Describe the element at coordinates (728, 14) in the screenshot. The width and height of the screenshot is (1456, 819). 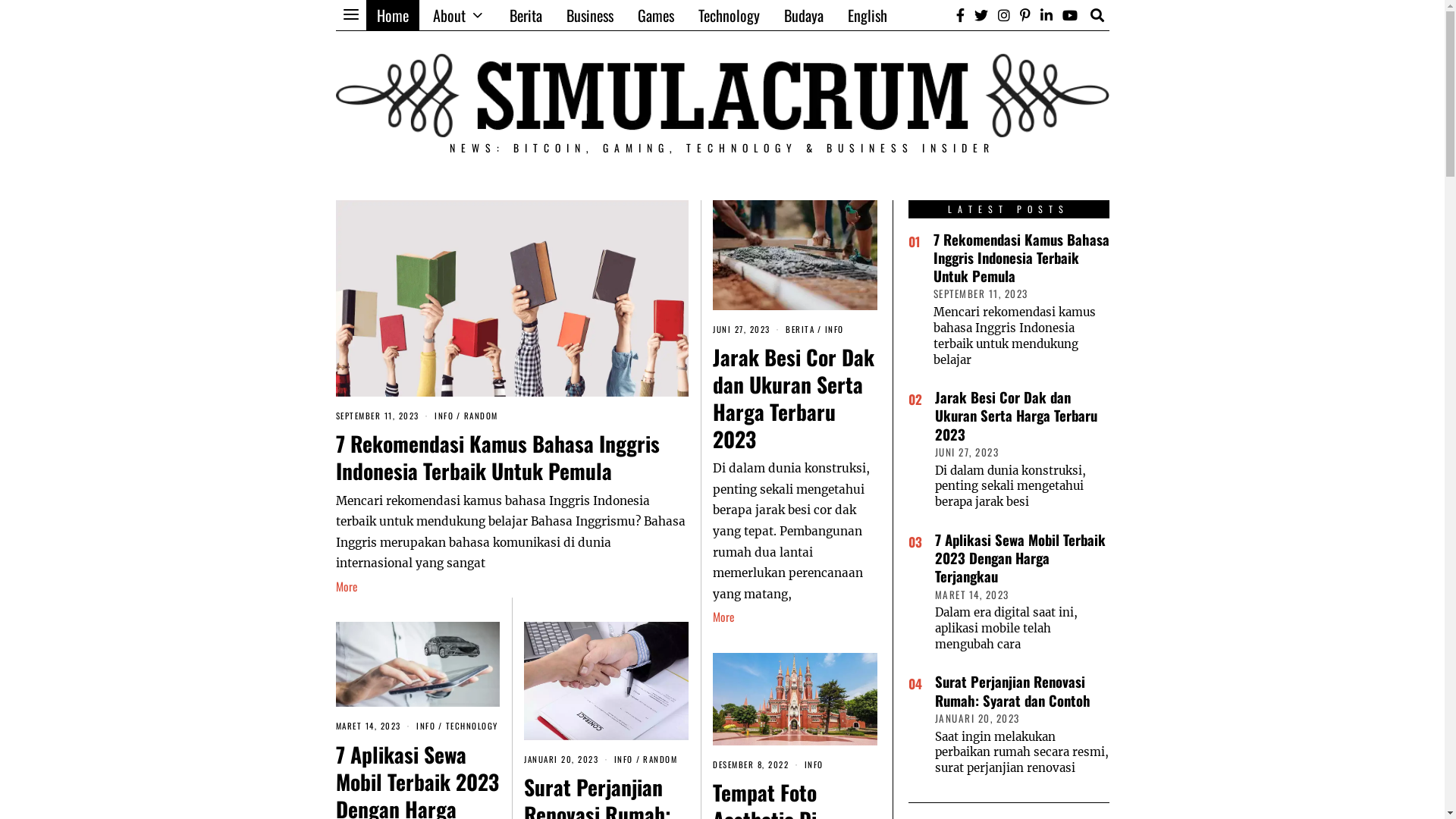
I see `'Technology'` at that location.